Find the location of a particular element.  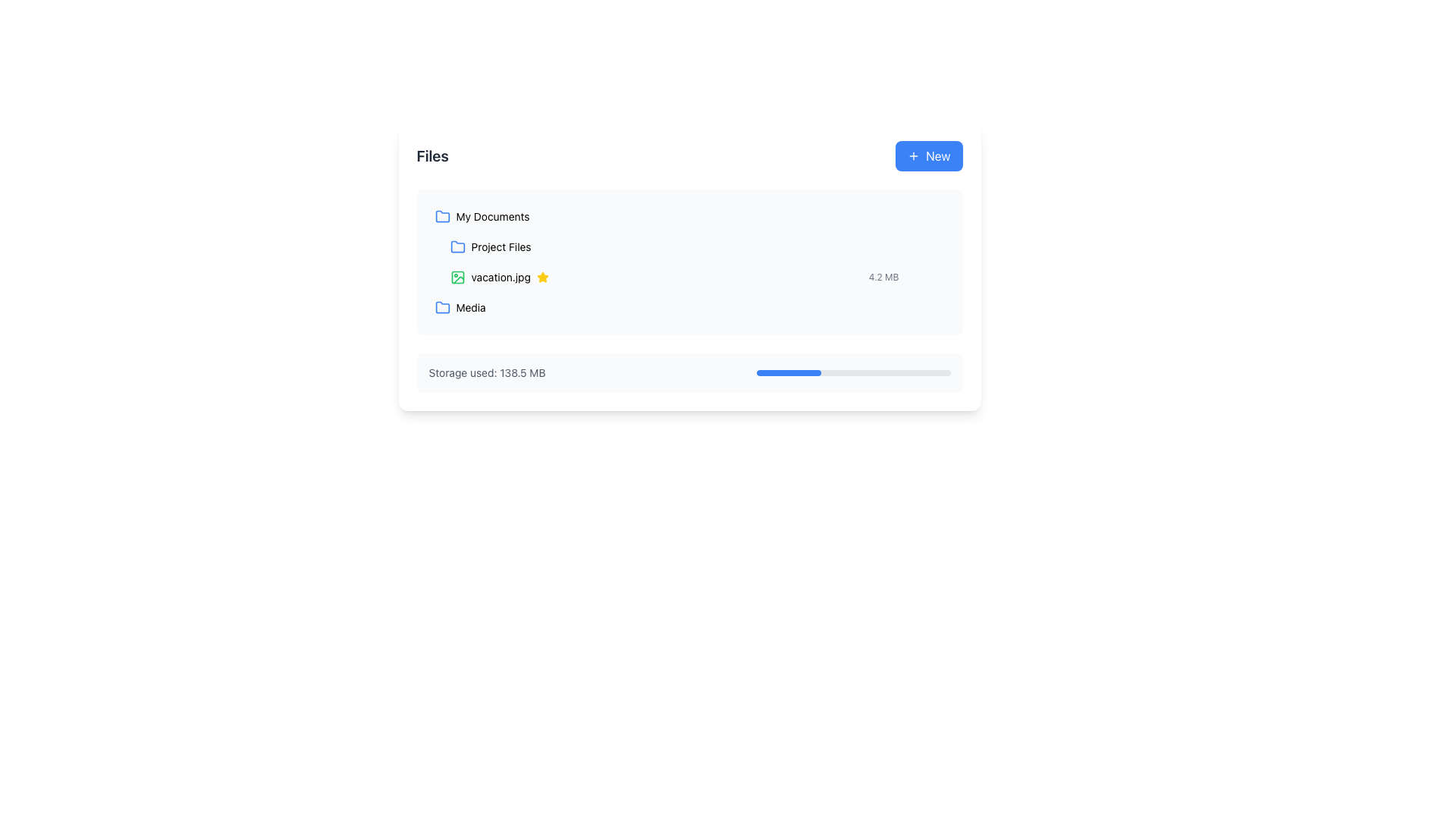

the text label that displays the file size of the 'vacation.jpg' file, located on the right side of the file entry, to provide users with additional information about the storage requirements is located at coordinates (883, 278).